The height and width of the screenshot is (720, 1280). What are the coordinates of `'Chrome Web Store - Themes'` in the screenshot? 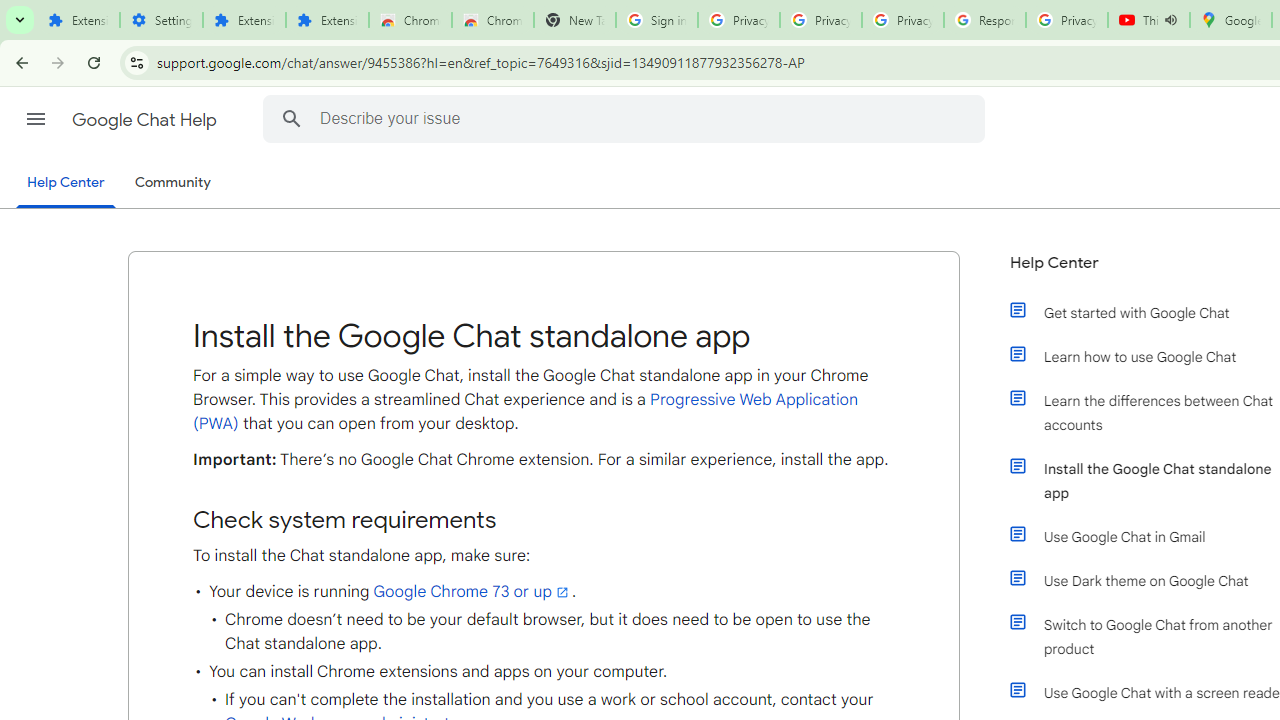 It's located at (492, 20).